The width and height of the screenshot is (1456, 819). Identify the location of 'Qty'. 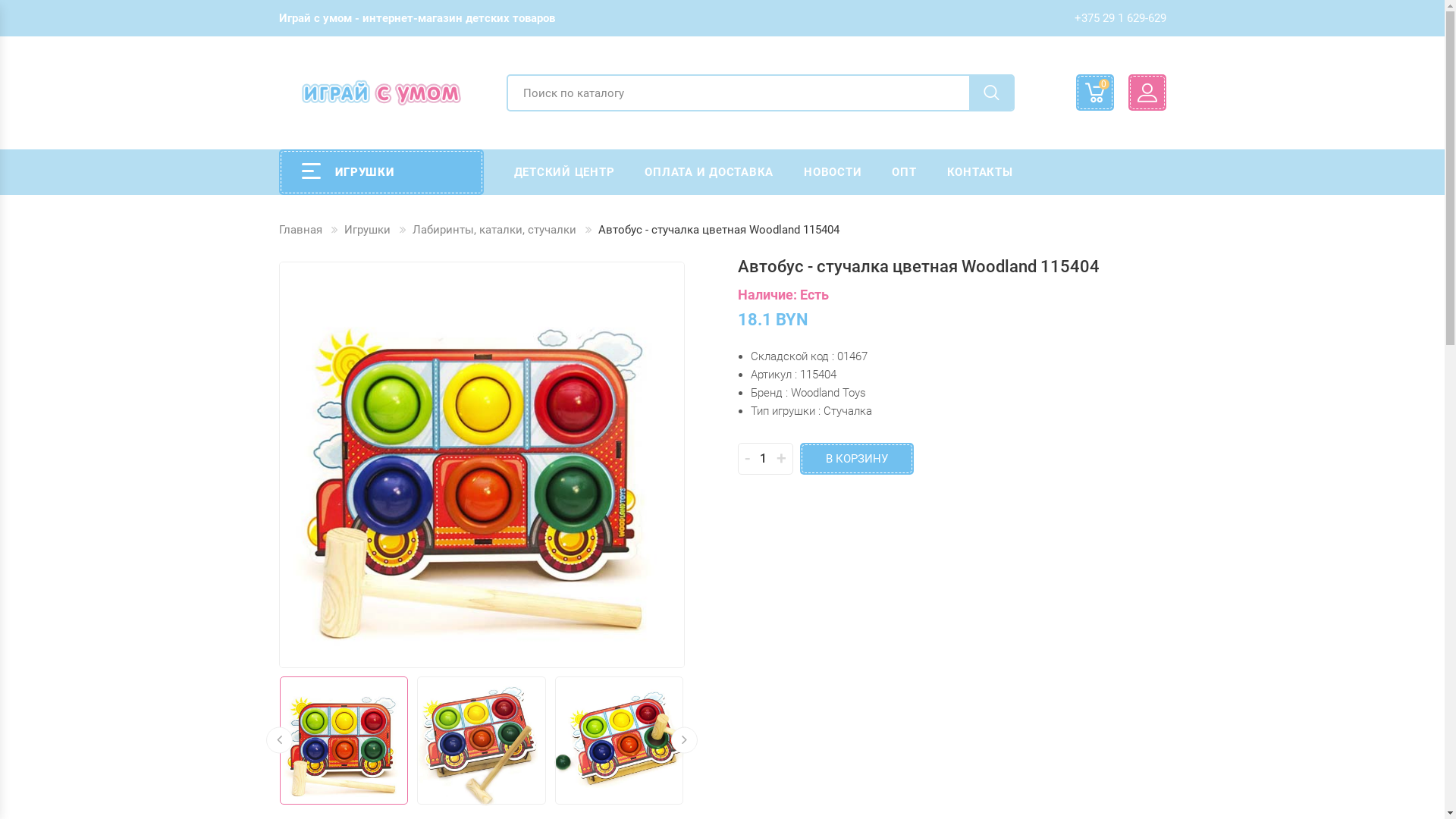
(764, 458).